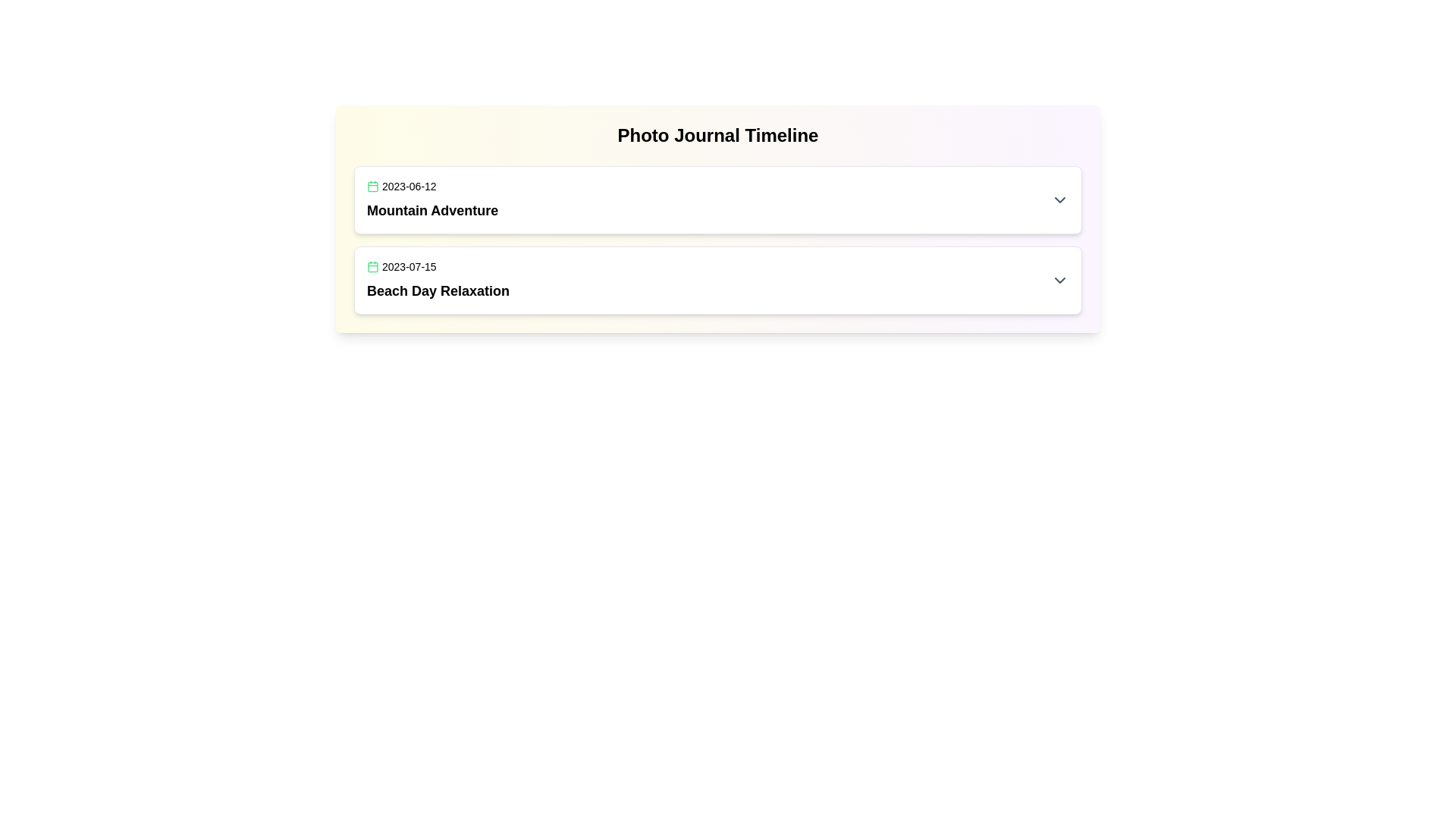 This screenshot has width=1456, height=819. I want to click on the Dropdown toggle button on the right side of the 'Mountain Adventure' entry, so click(1059, 199).